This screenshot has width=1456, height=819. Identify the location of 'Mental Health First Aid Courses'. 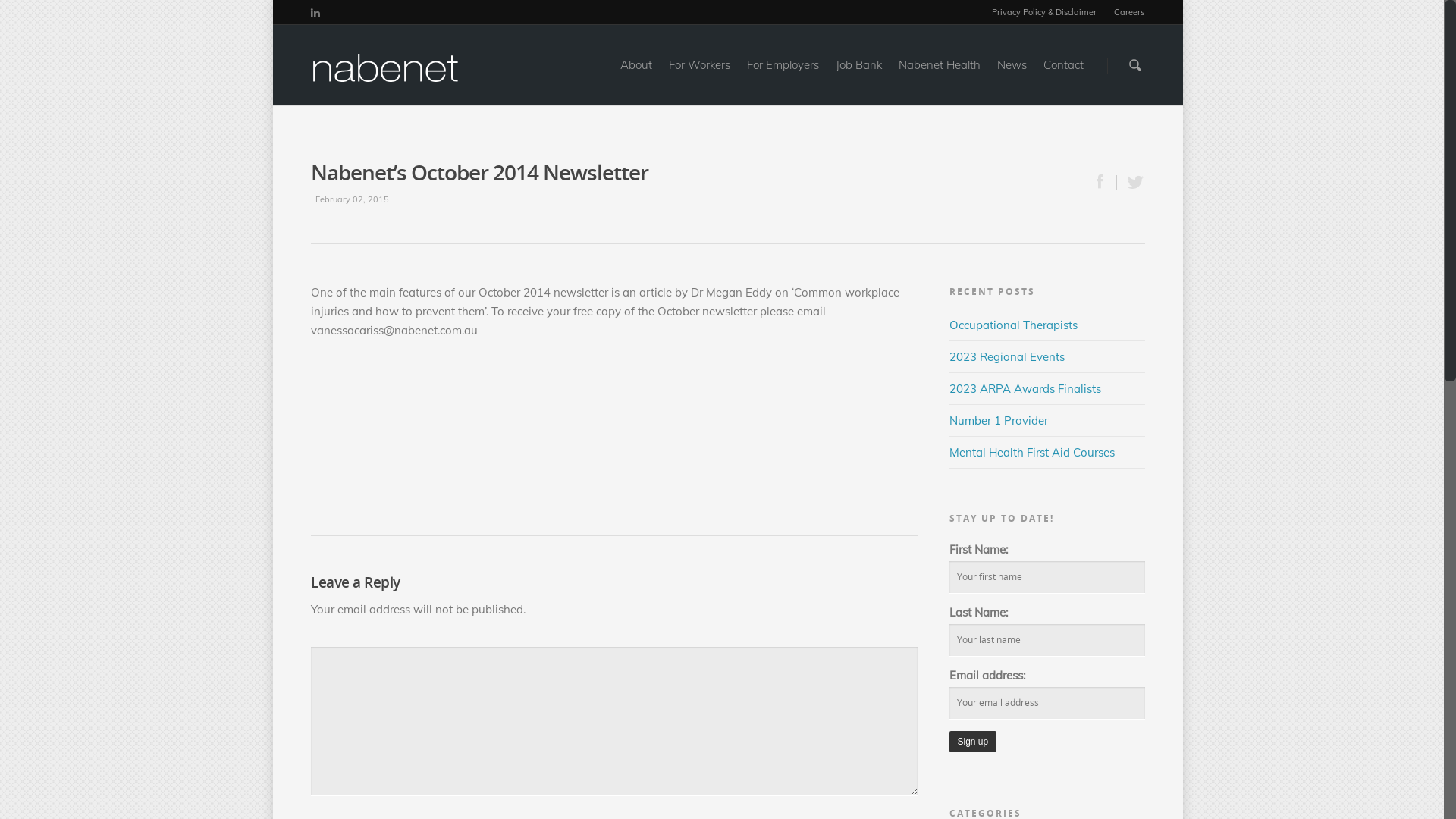
(1031, 450).